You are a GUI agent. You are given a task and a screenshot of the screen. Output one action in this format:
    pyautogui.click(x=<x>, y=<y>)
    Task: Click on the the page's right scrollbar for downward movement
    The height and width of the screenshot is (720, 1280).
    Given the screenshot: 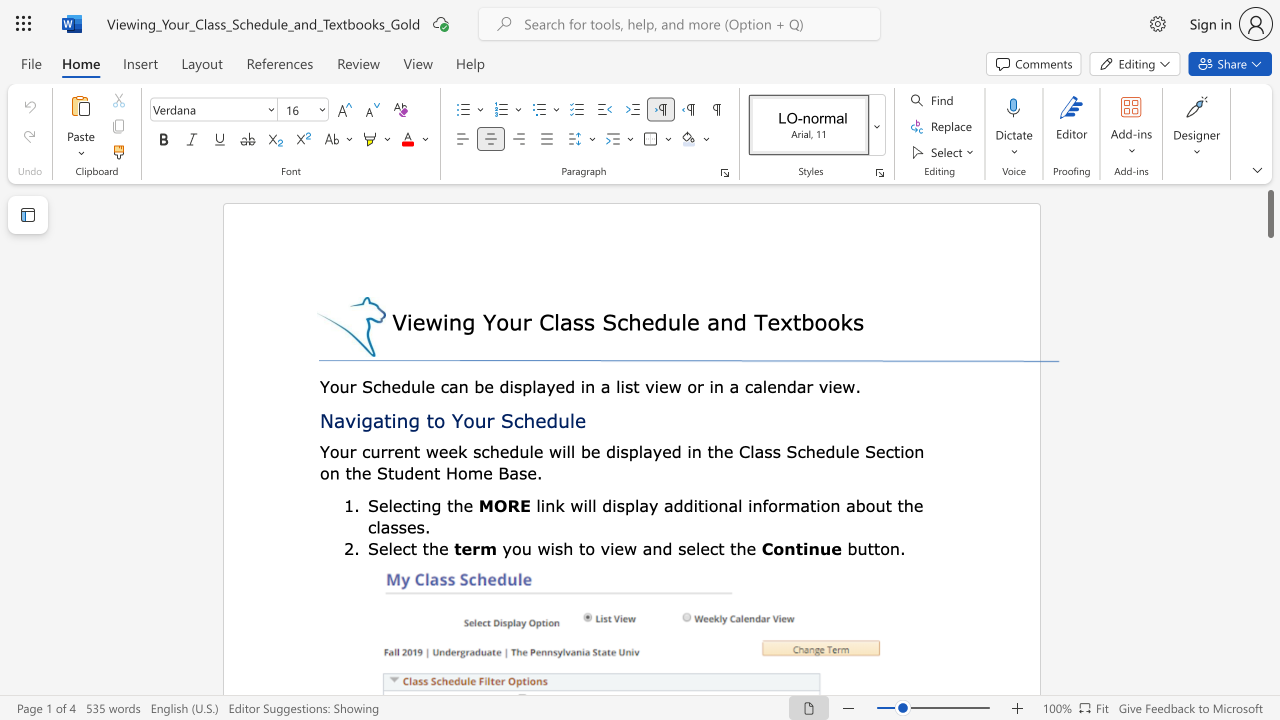 What is the action you would take?
    pyautogui.click(x=1269, y=258)
    